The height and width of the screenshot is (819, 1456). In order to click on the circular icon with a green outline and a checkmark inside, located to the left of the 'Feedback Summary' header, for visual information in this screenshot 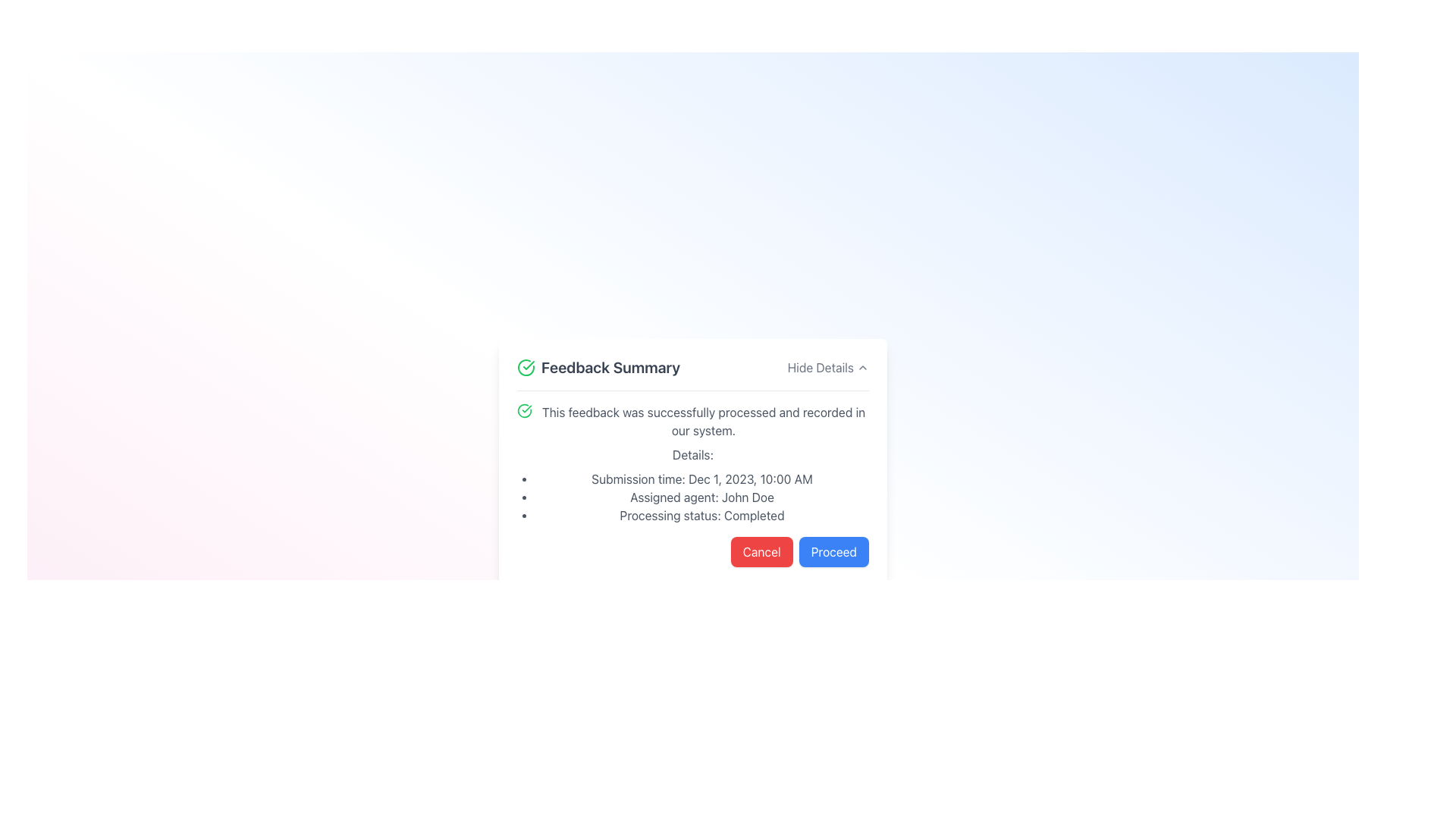, I will do `click(526, 367)`.